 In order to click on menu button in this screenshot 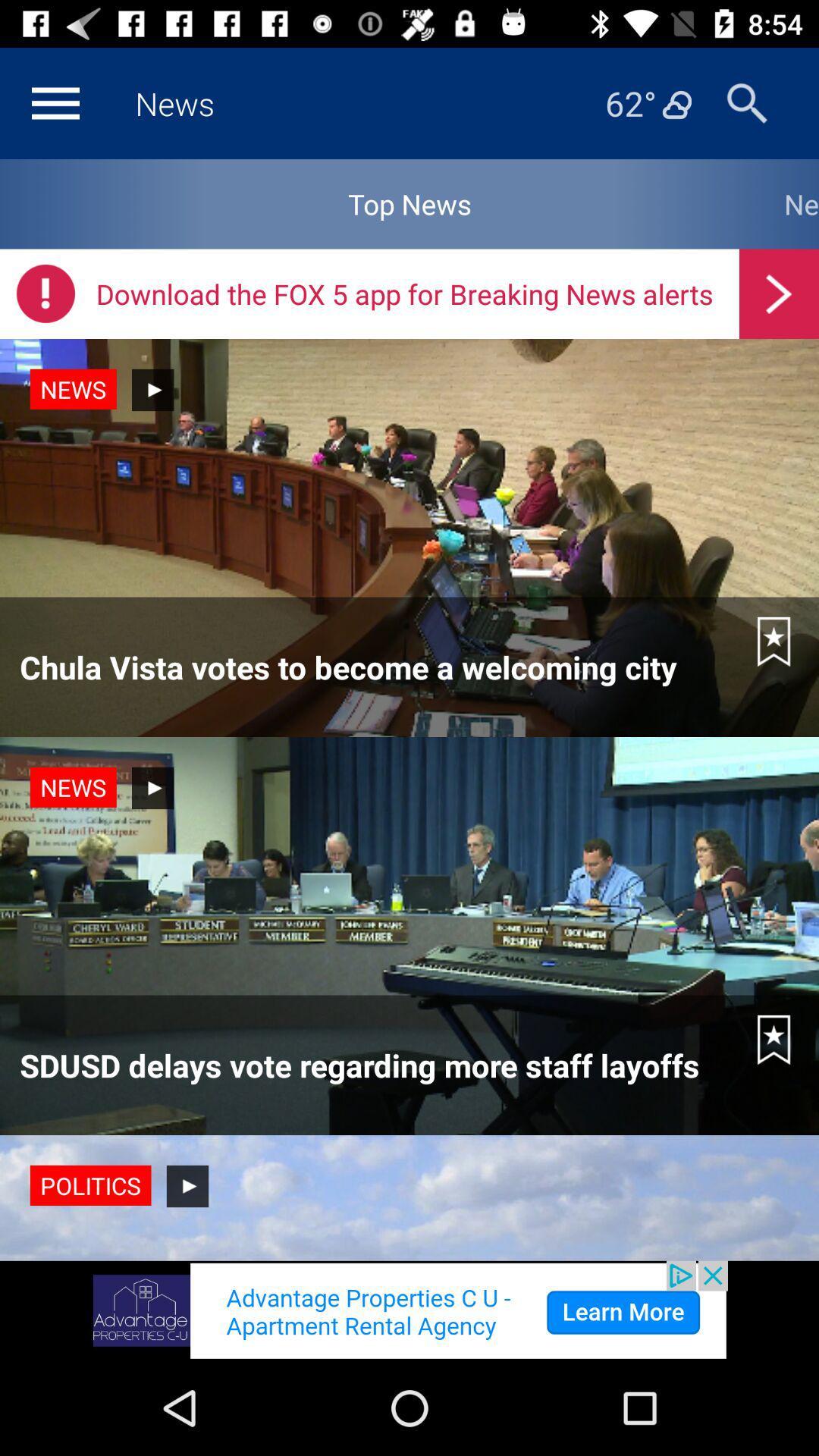, I will do `click(55, 102)`.